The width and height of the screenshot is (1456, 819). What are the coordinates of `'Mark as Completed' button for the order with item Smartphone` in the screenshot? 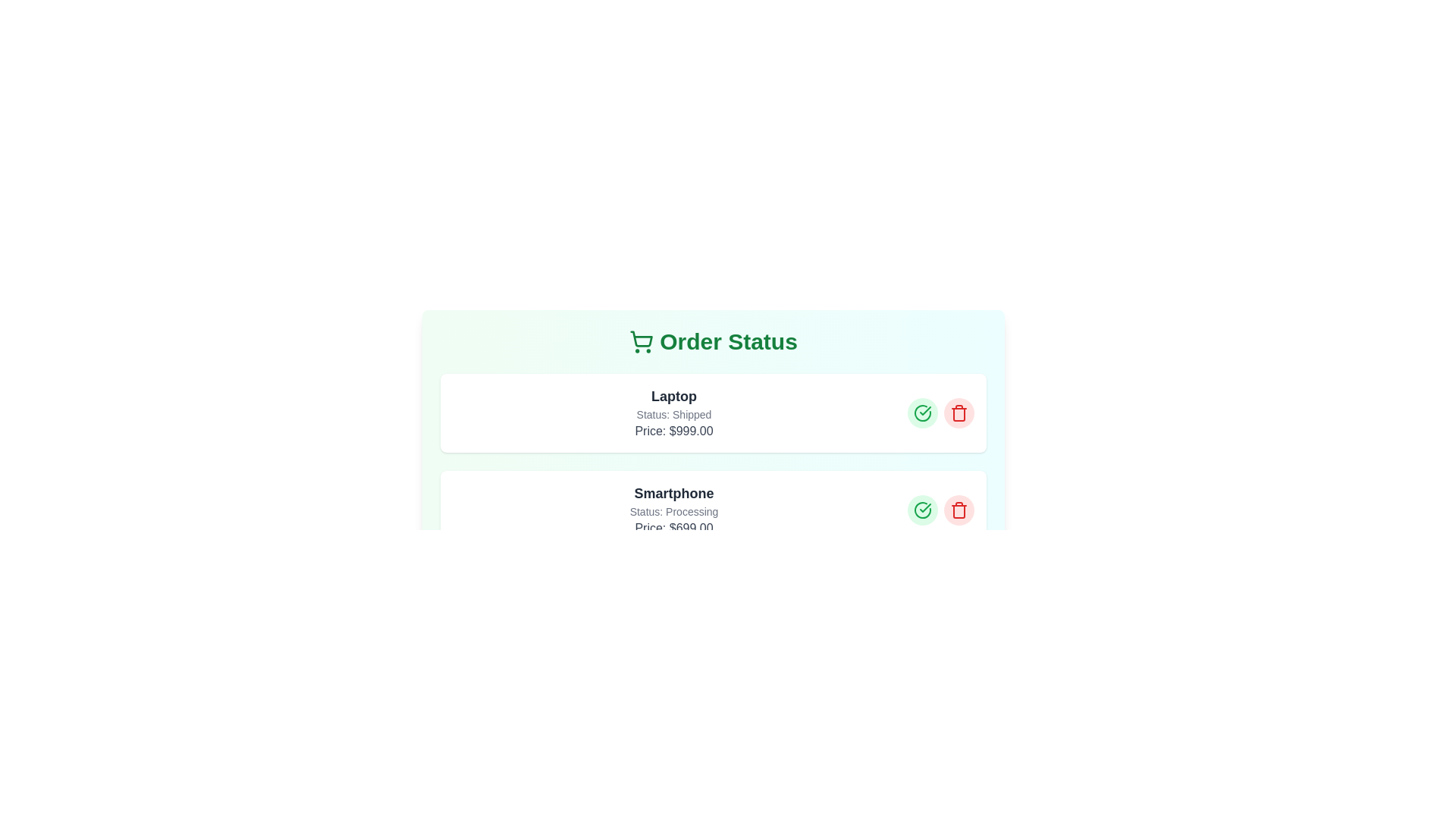 It's located at (922, 510).